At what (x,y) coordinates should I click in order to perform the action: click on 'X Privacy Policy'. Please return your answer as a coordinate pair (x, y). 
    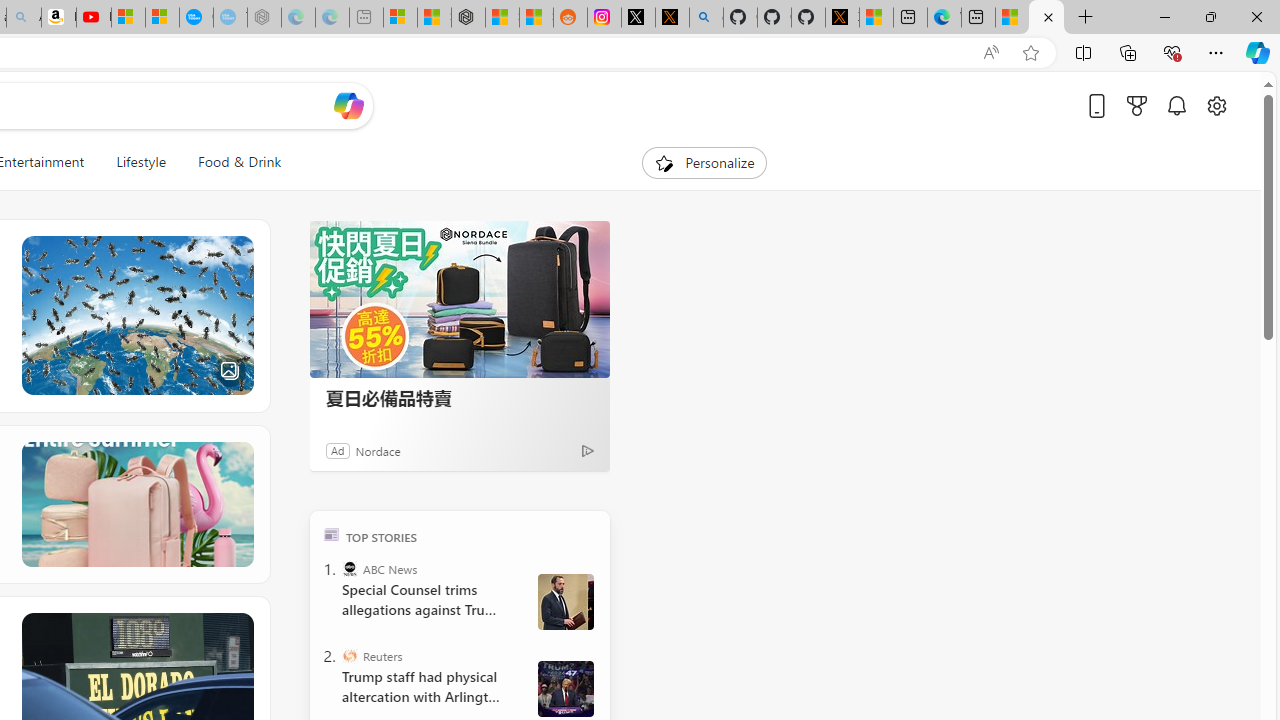
    Looking at the image, I should click on (842, 17).